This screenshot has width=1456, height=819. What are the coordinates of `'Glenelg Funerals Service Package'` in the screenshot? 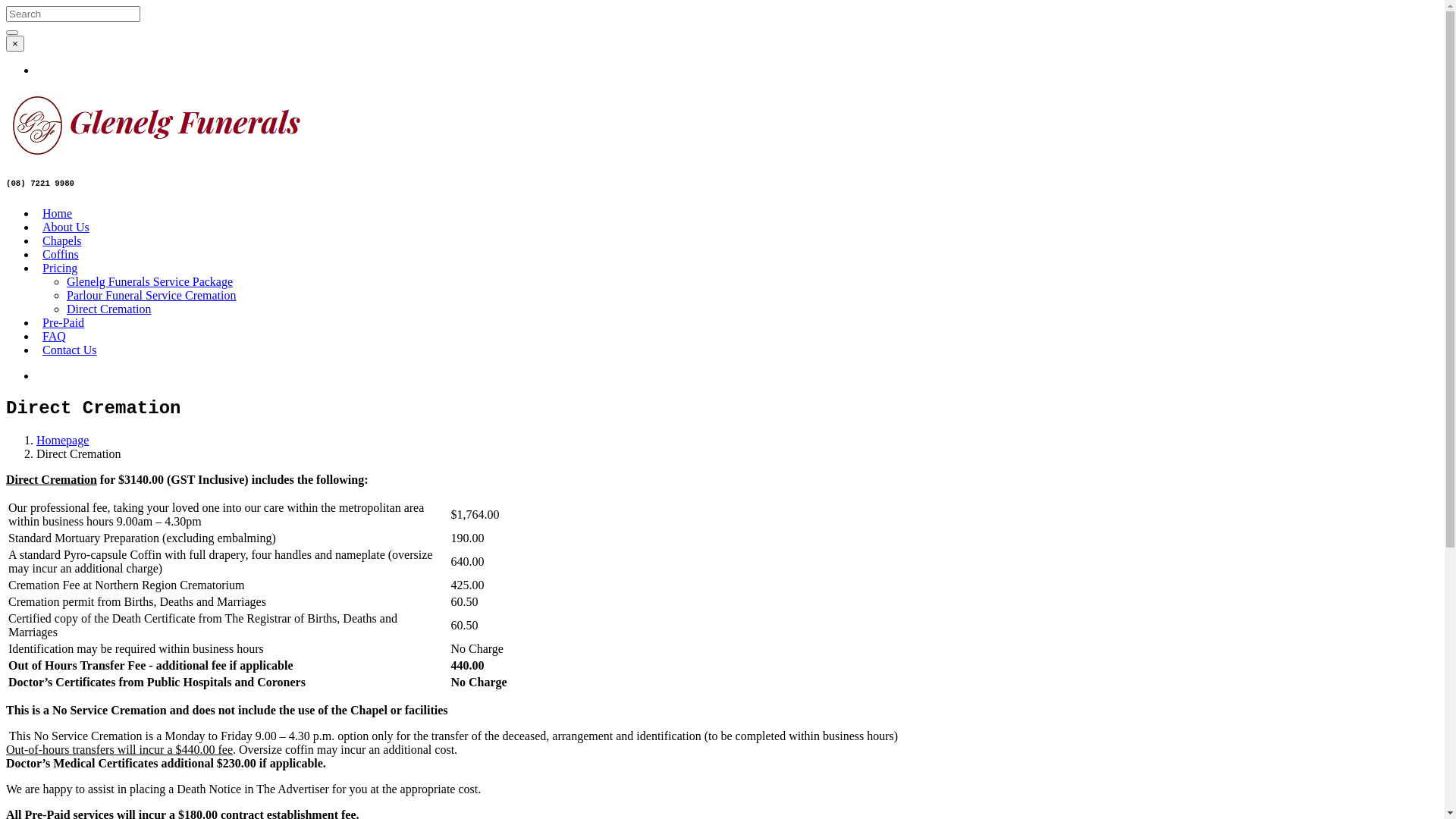 It's located at (149, 281).